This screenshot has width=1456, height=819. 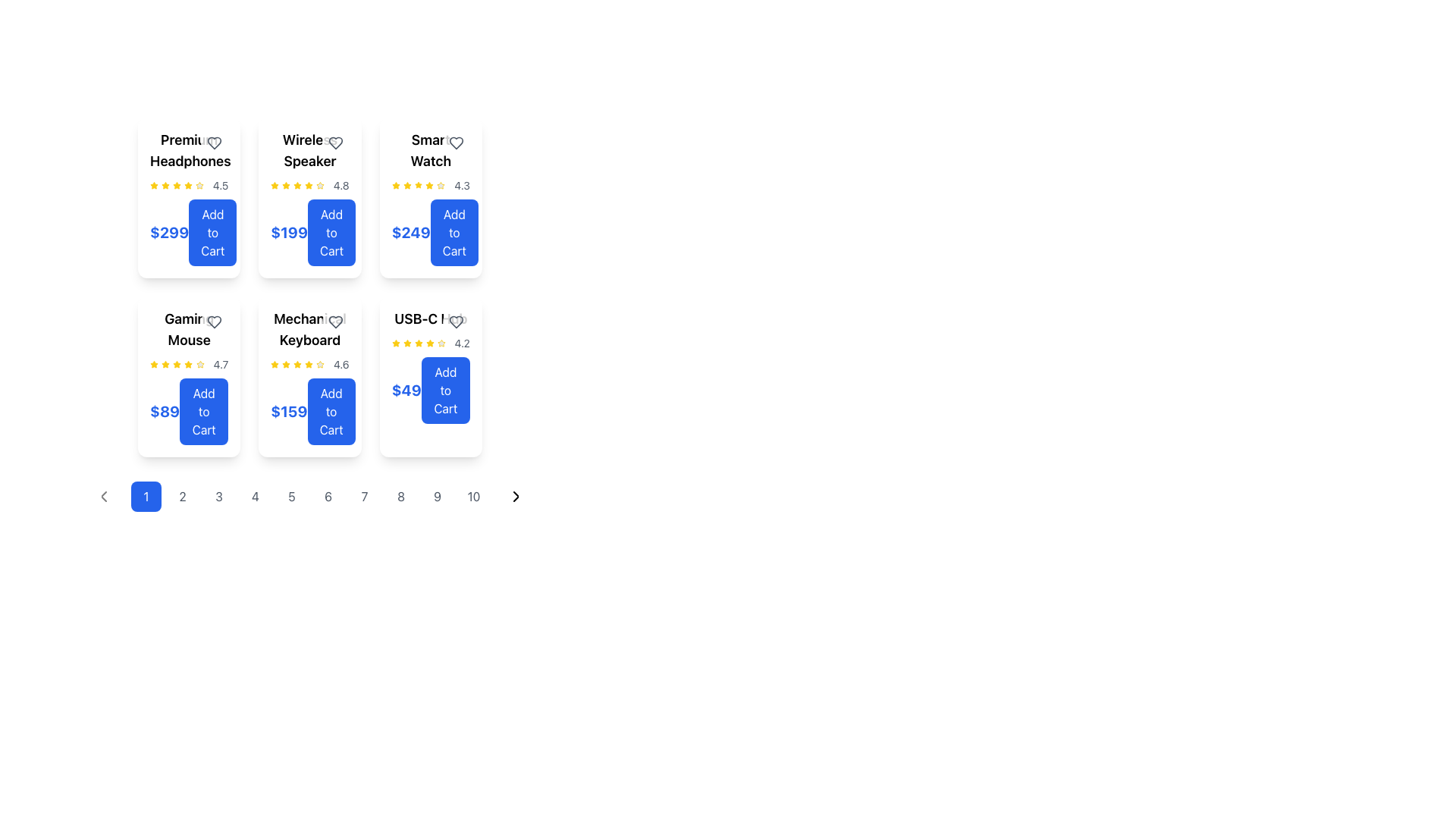 I want to click on the prominent blue rectangular button with rounded corners that reads 'Add to Cart', so click(x=331, y=412).